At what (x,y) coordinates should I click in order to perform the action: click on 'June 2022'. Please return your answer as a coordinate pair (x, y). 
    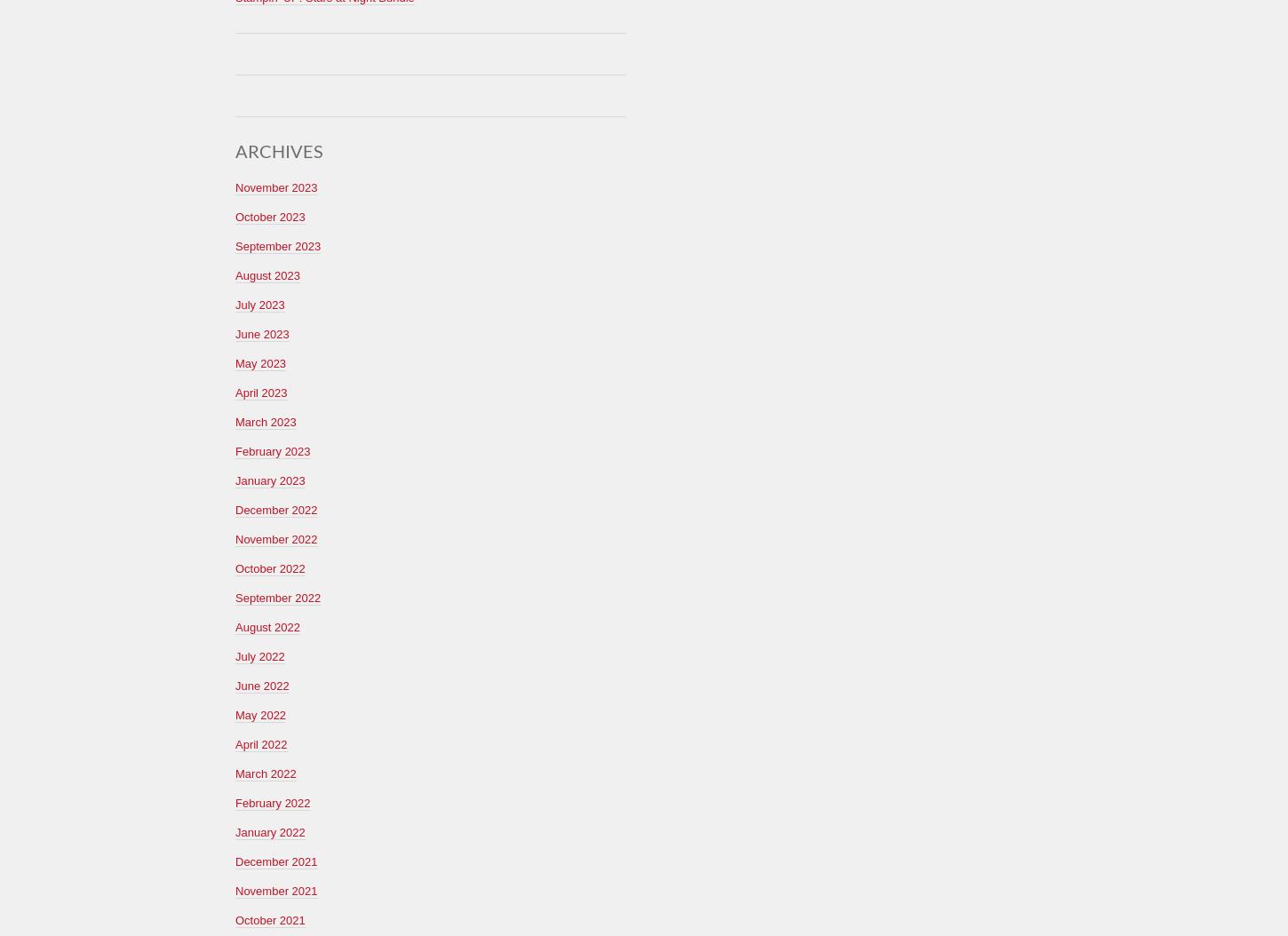
    Looking at the image, I should click on (261, 685).